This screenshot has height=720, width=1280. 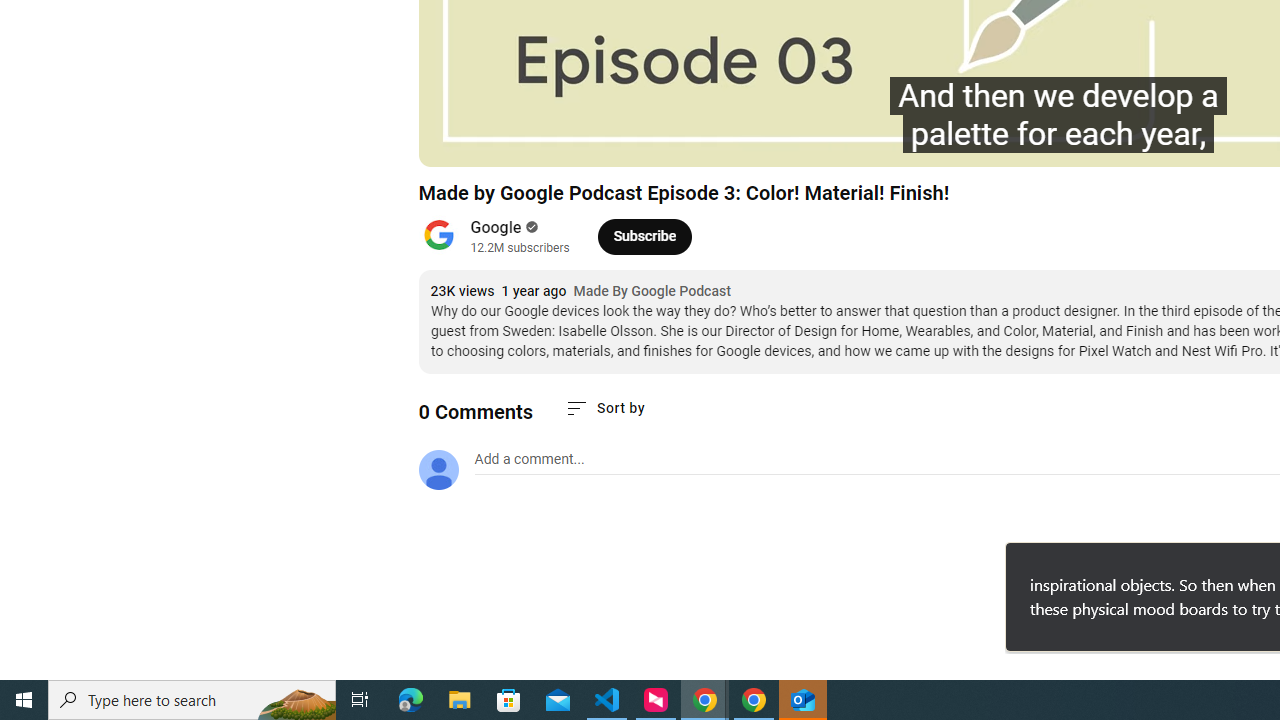 What do you see at coordinates (530, 226) in the screenshot?
I see `'Verified'` at bounding box center [530, 226].